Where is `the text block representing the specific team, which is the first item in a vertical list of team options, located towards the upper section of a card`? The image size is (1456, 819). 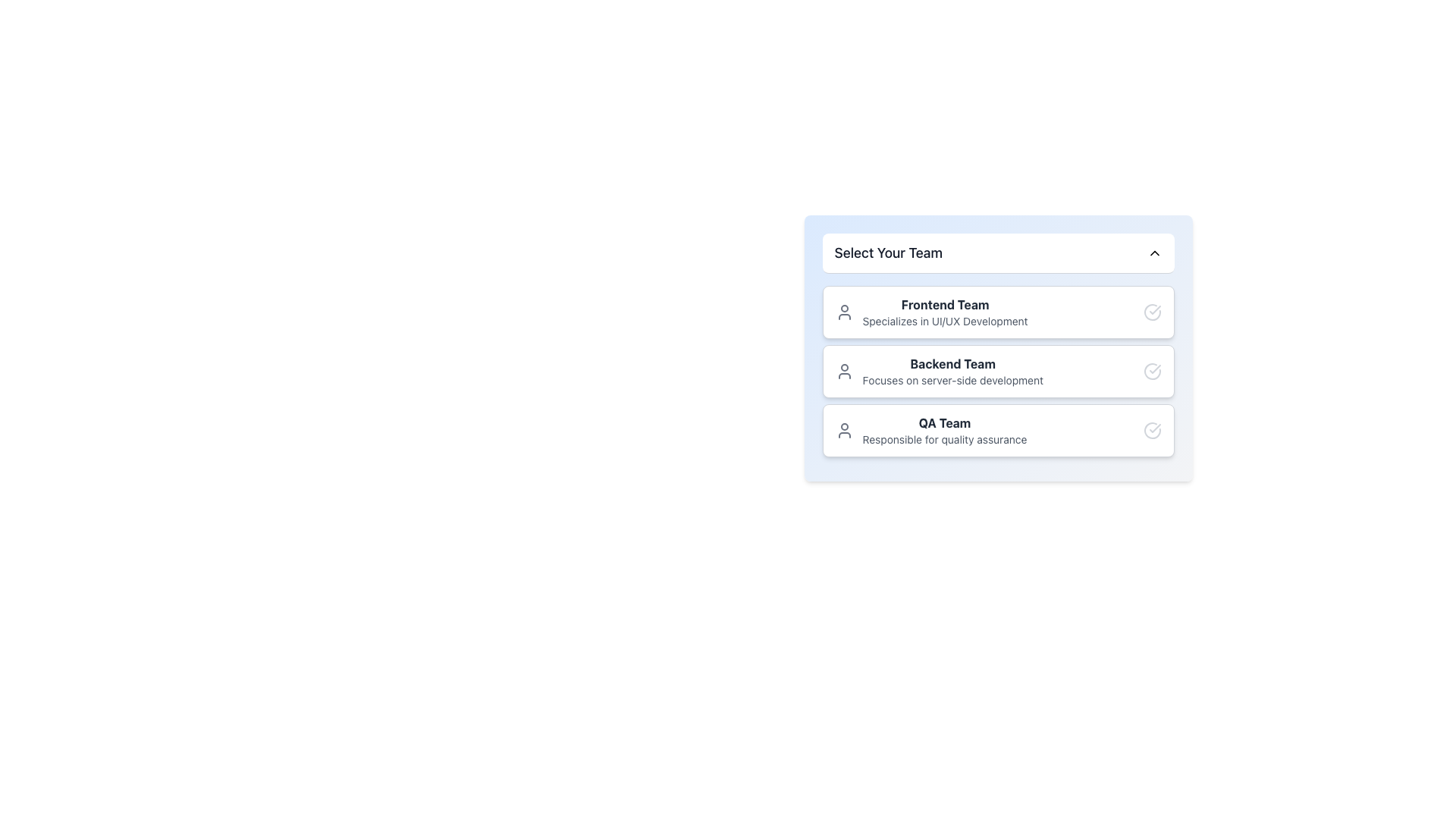
the text block representing the specific team, which is the first item in a vertical list of team options, located towards the upper section of a card is located at coordinates (944, 312).